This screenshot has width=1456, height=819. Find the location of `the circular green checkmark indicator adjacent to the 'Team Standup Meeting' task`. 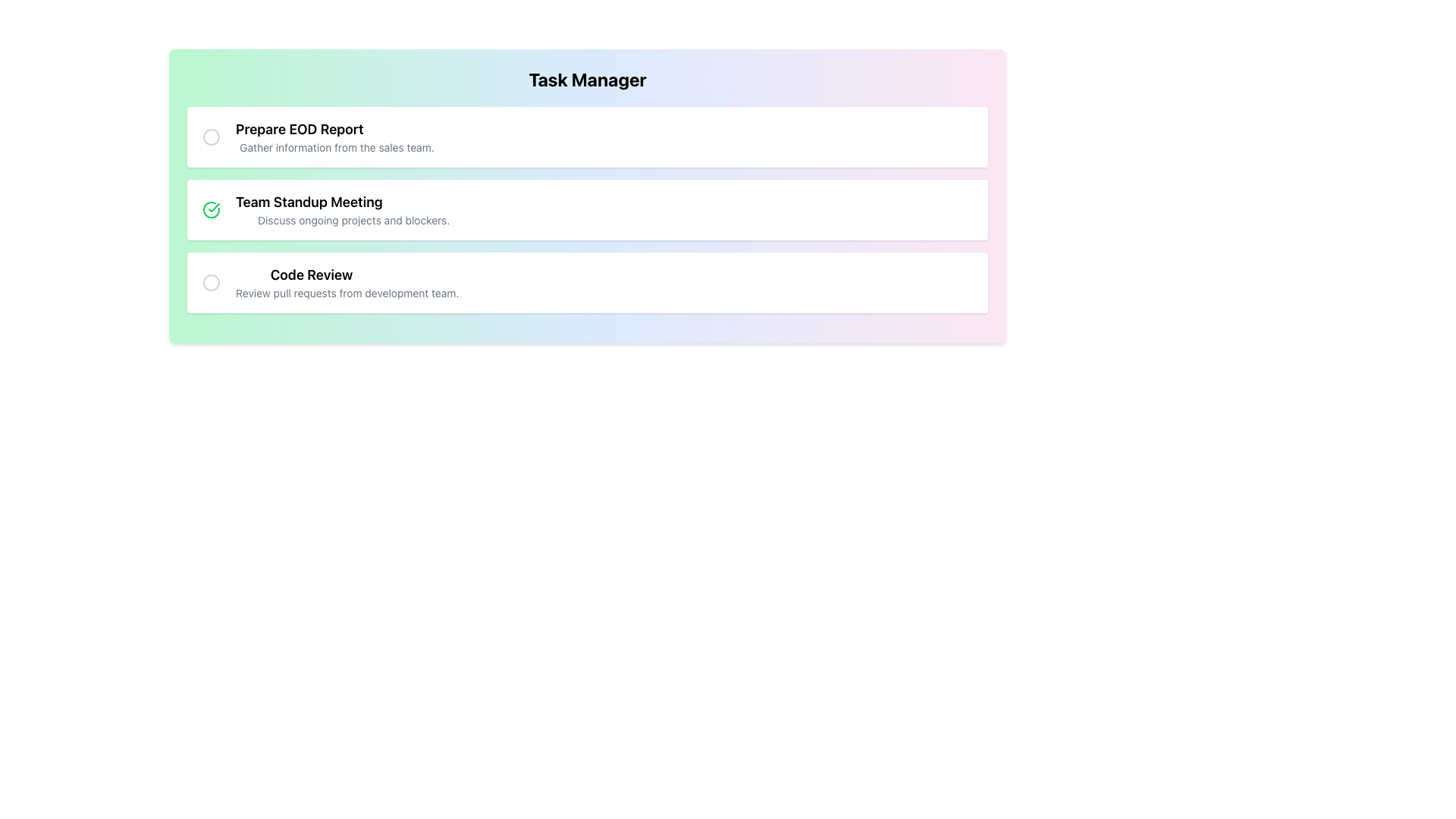

the circular green checkmark indicator adjacent to the 'Team Standup Meeting' task is located at coordinates (210, 210).